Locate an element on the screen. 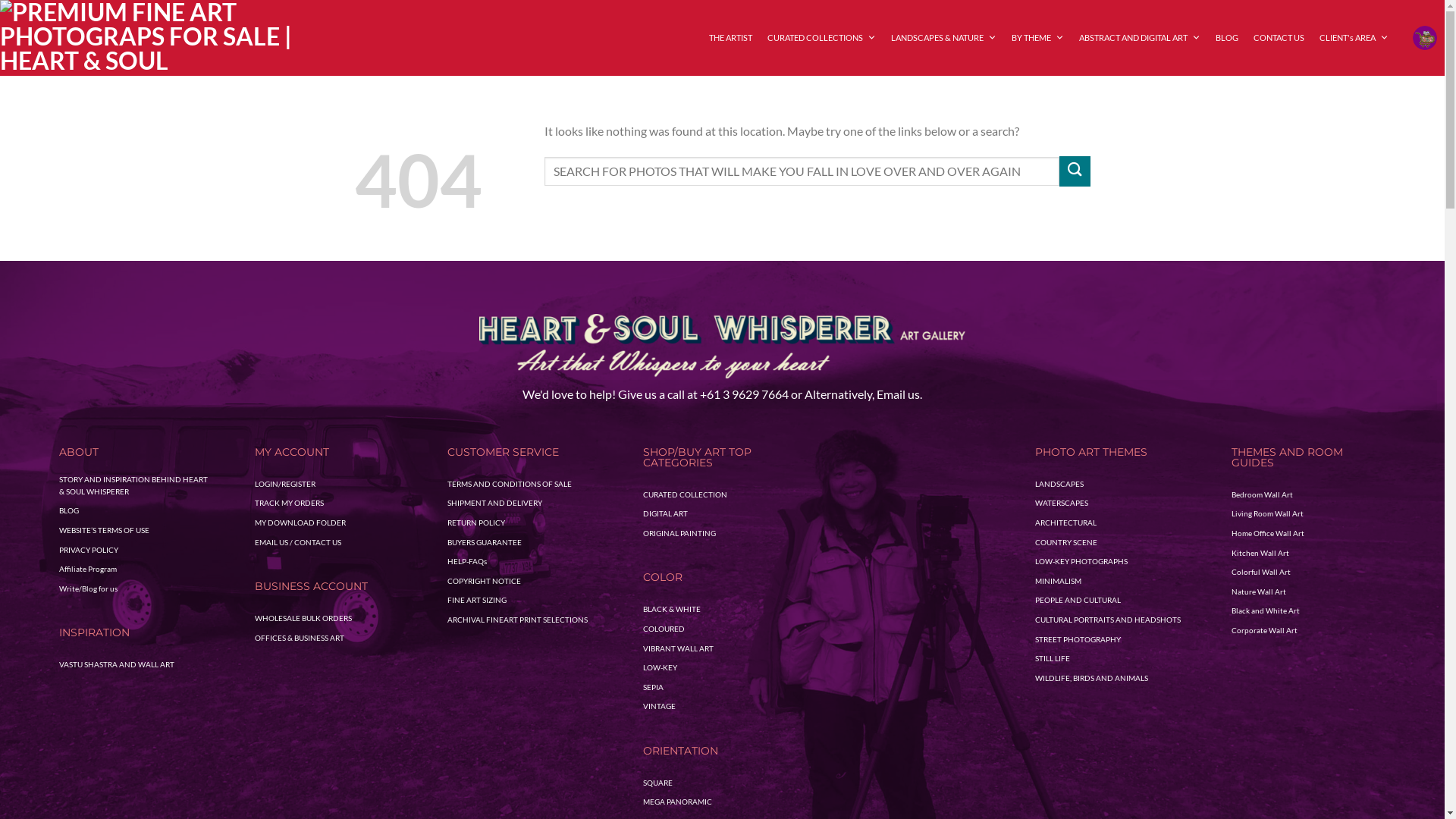  'LOGIN/REGISTER' is located at coordinates (284, 483).